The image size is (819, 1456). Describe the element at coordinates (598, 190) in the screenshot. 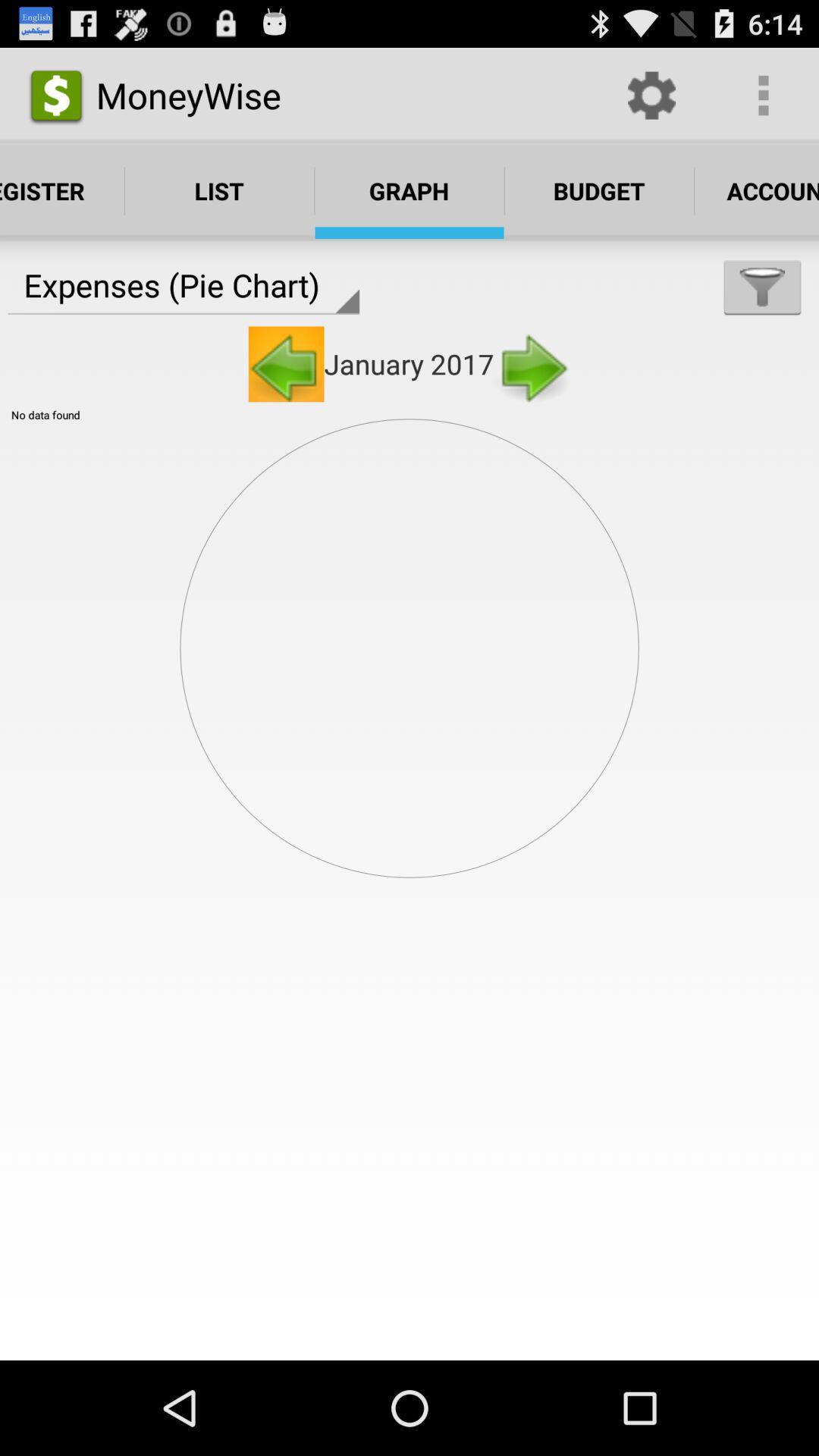

I see `the text which is to the right side of the graph` at that location.